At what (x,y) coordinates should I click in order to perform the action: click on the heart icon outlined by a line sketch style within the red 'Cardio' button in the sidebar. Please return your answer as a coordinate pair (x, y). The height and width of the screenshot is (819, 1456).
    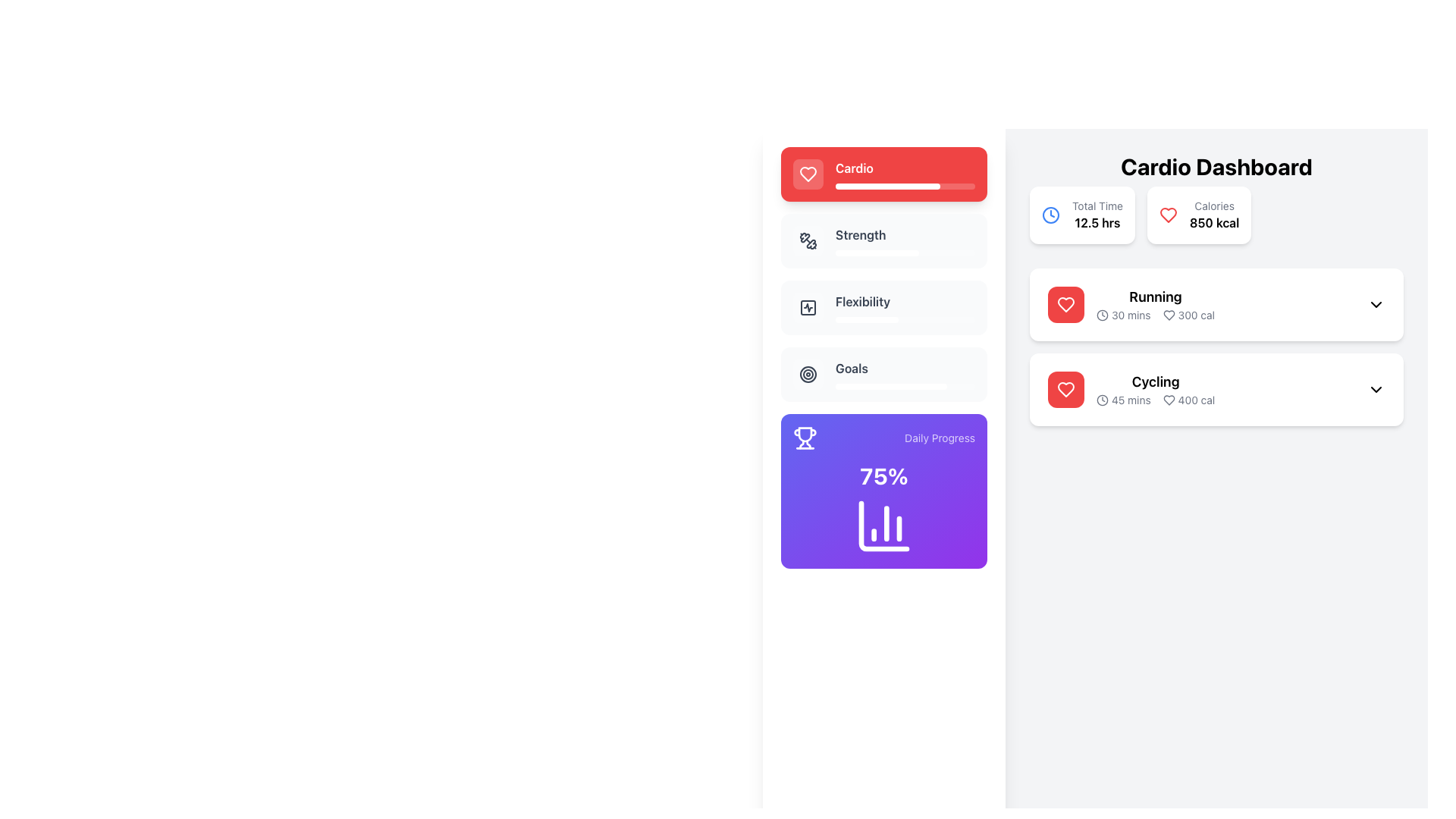
    Looking at the image, I should click on (807, 174).